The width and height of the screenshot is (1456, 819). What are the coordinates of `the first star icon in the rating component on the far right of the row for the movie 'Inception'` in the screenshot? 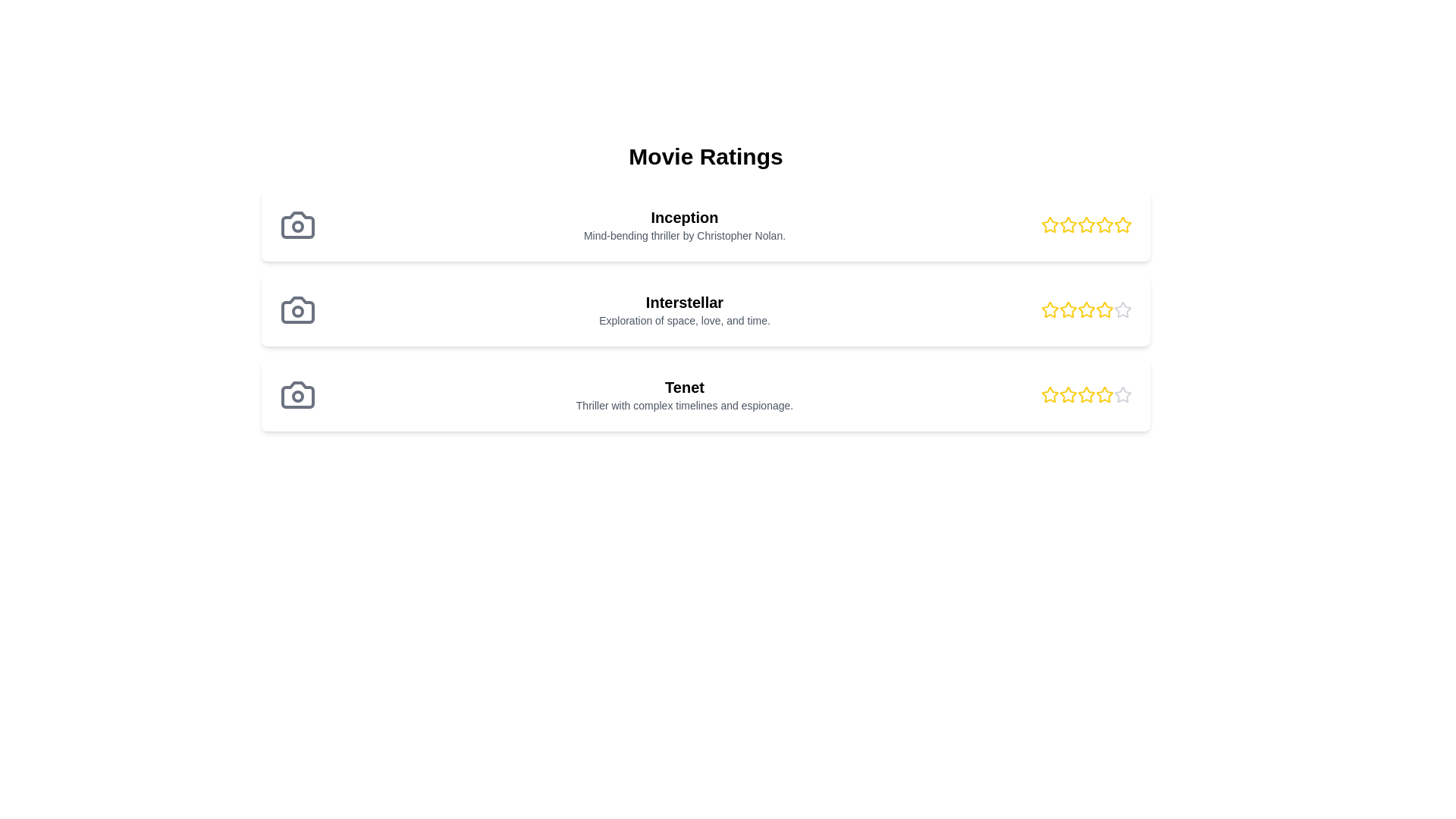 It's located at (1048, 224).